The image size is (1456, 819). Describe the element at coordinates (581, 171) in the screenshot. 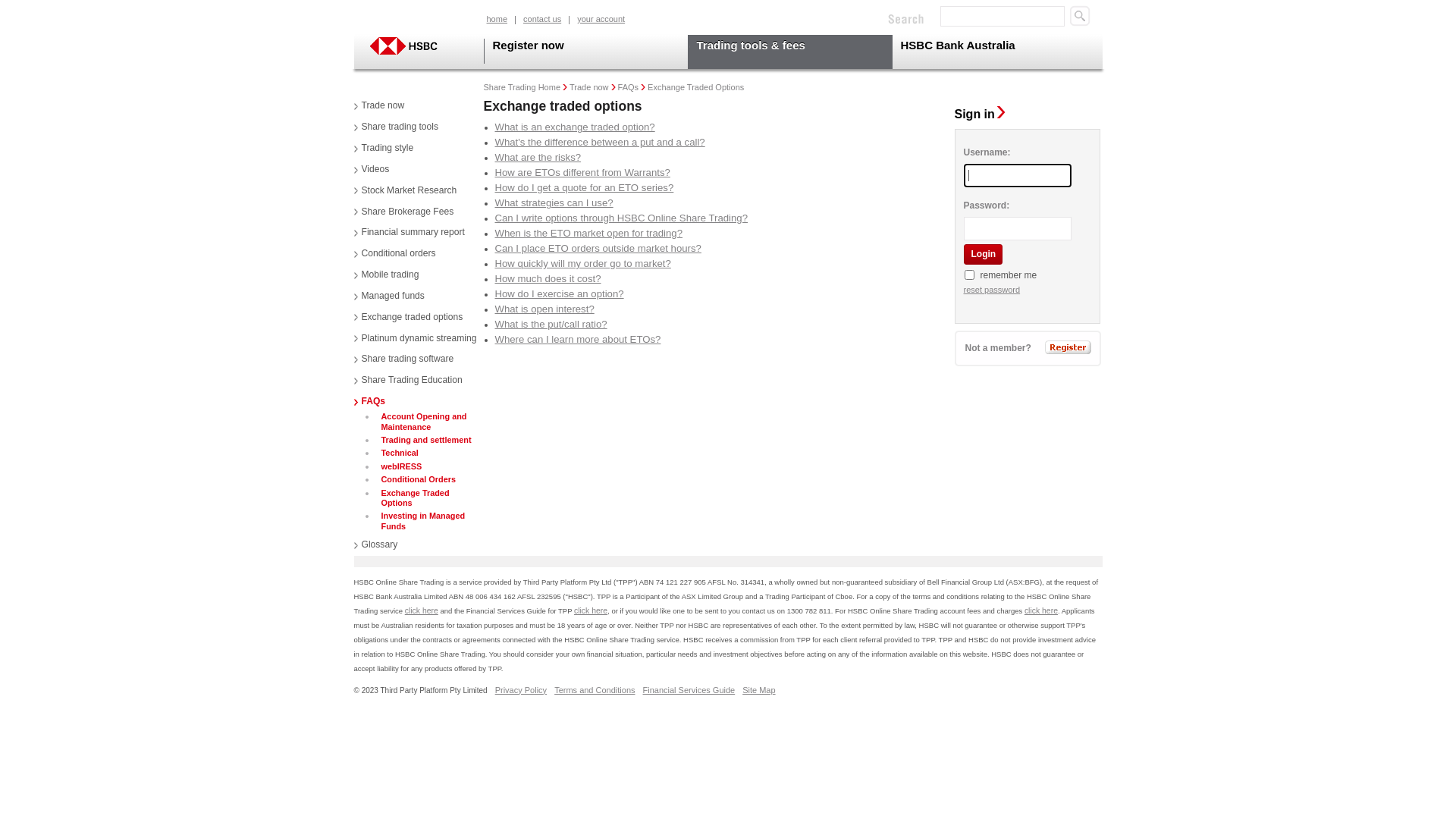

I see `'How are ETOs different from Warrants?'` at that location.